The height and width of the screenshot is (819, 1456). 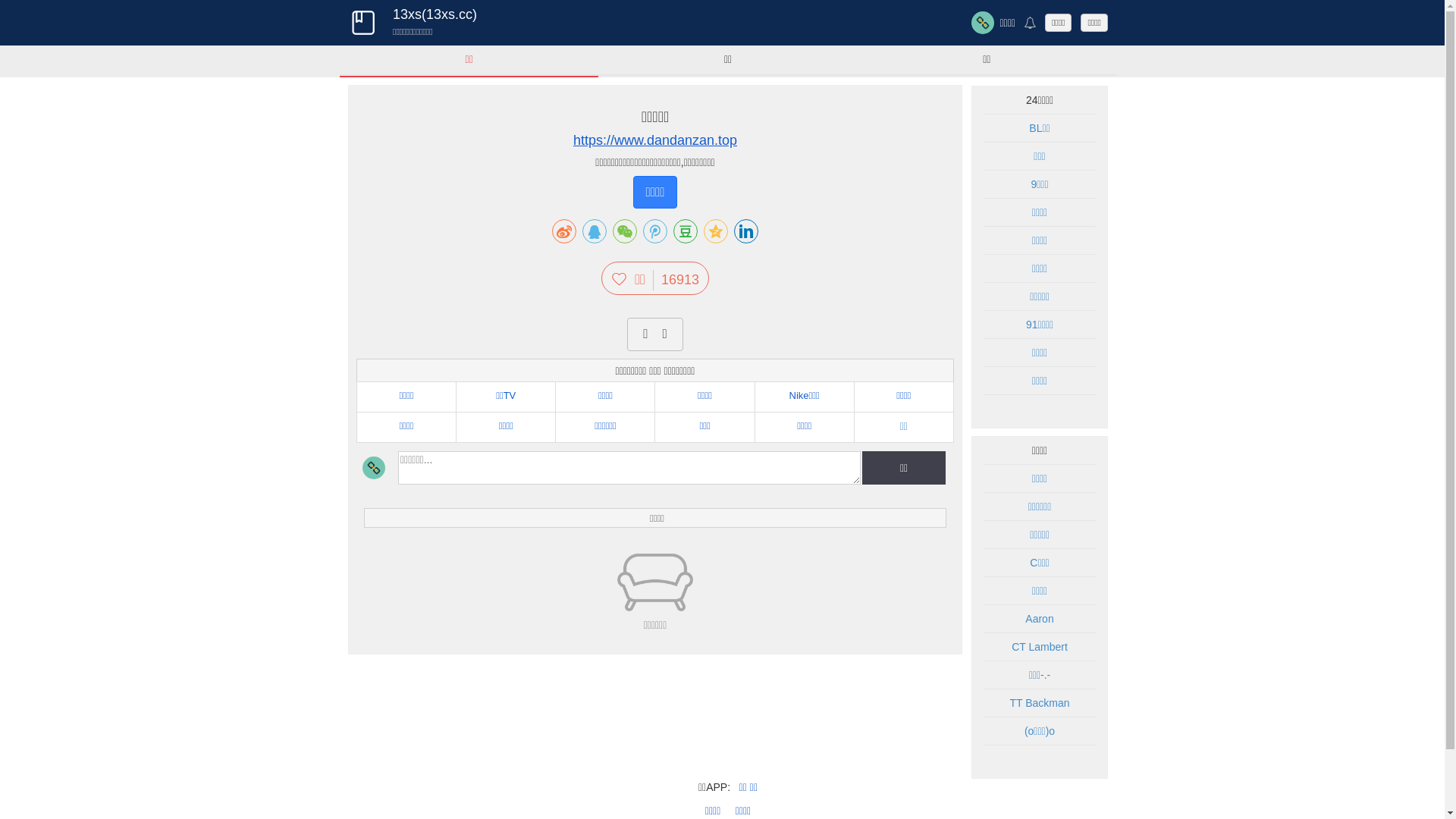 I want to click on '13xs(13xs.cc)', so click(x=362, y=23).